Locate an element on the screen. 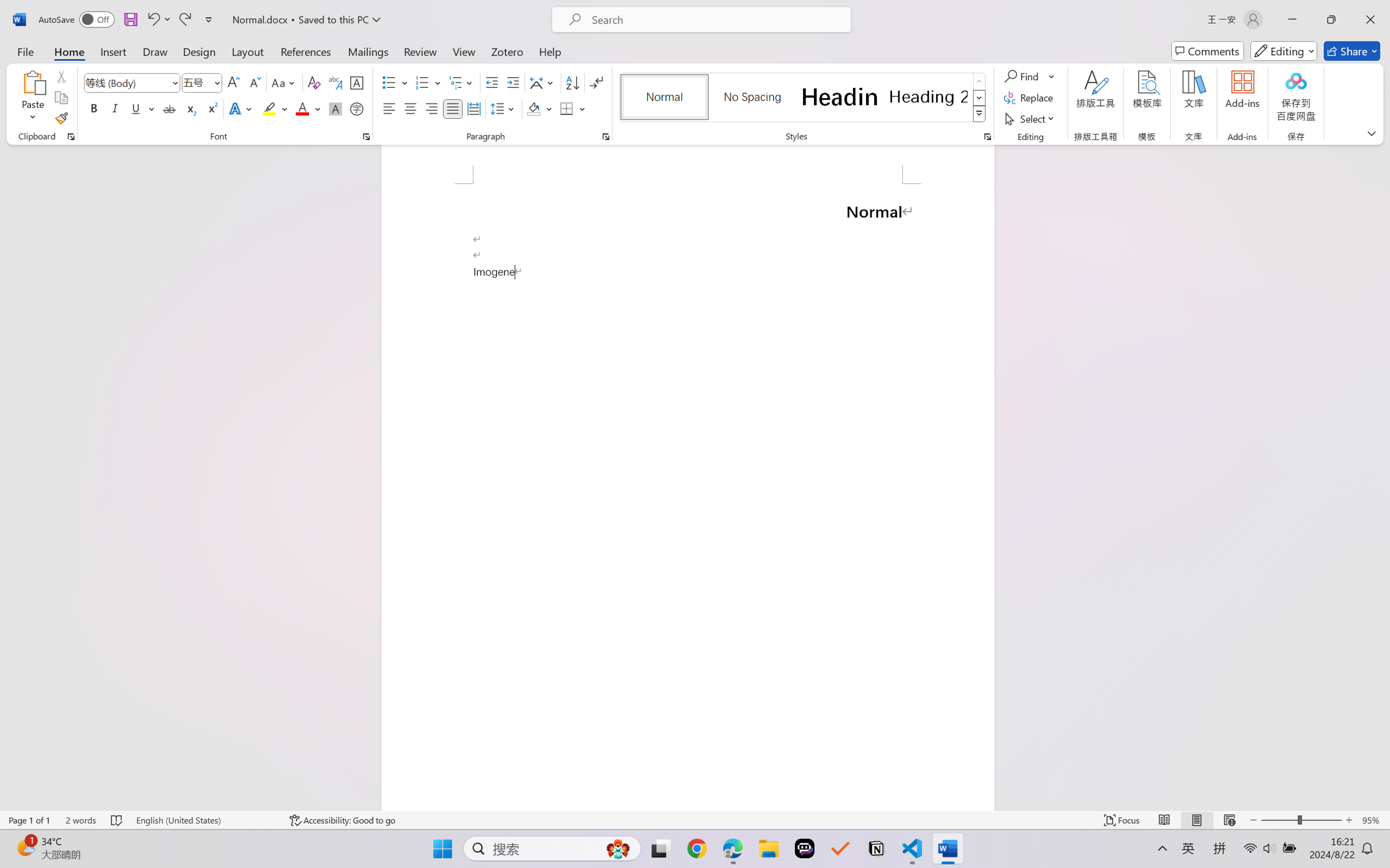 Image resolution: width=1390 pixels, height=868 pixels. 'Shading' is located at coordinates (539, 108).